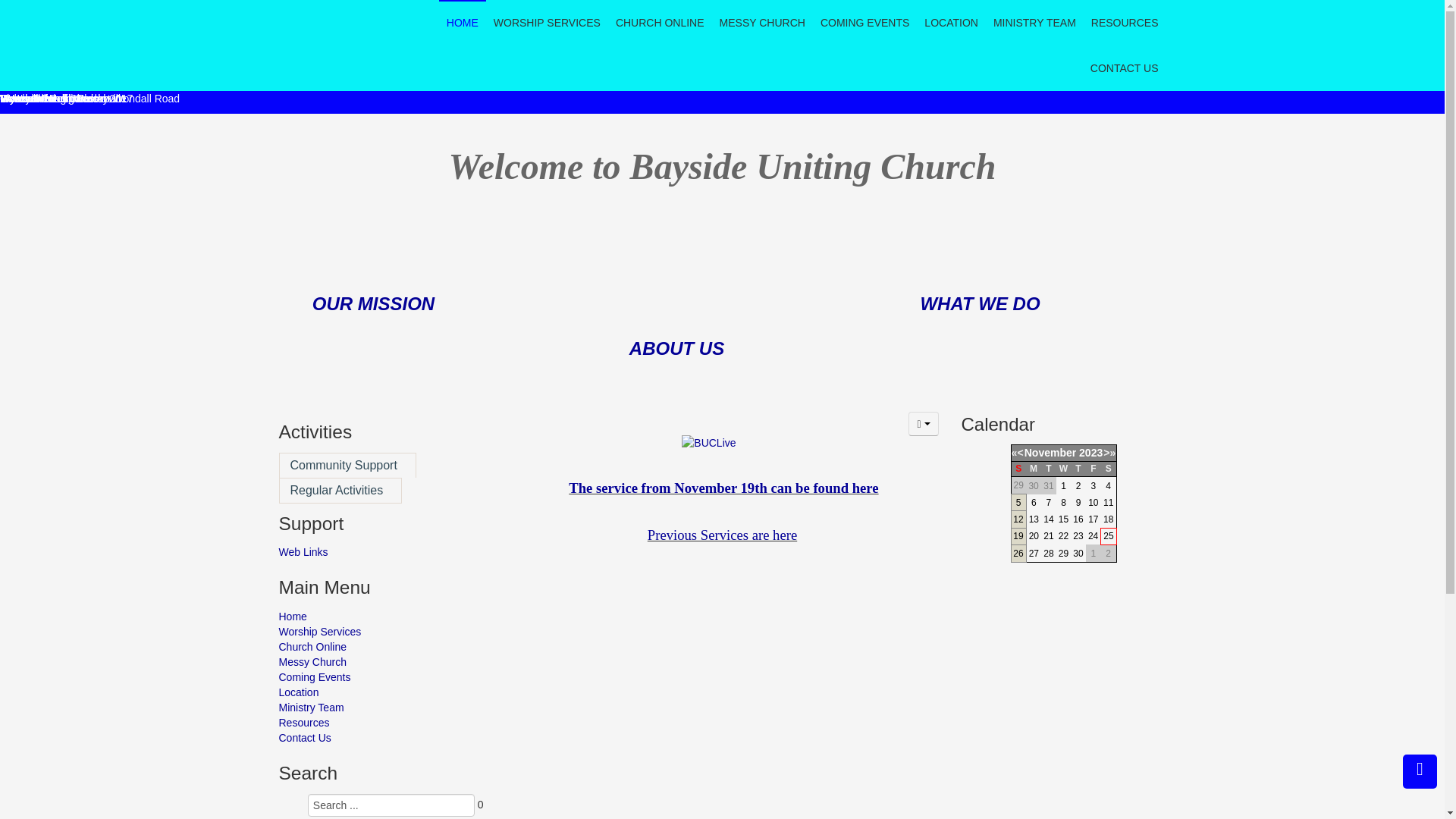 Image resolution: width=1456 pixels, height=819 pixels. I want to click on '29', so click(1062, 553).